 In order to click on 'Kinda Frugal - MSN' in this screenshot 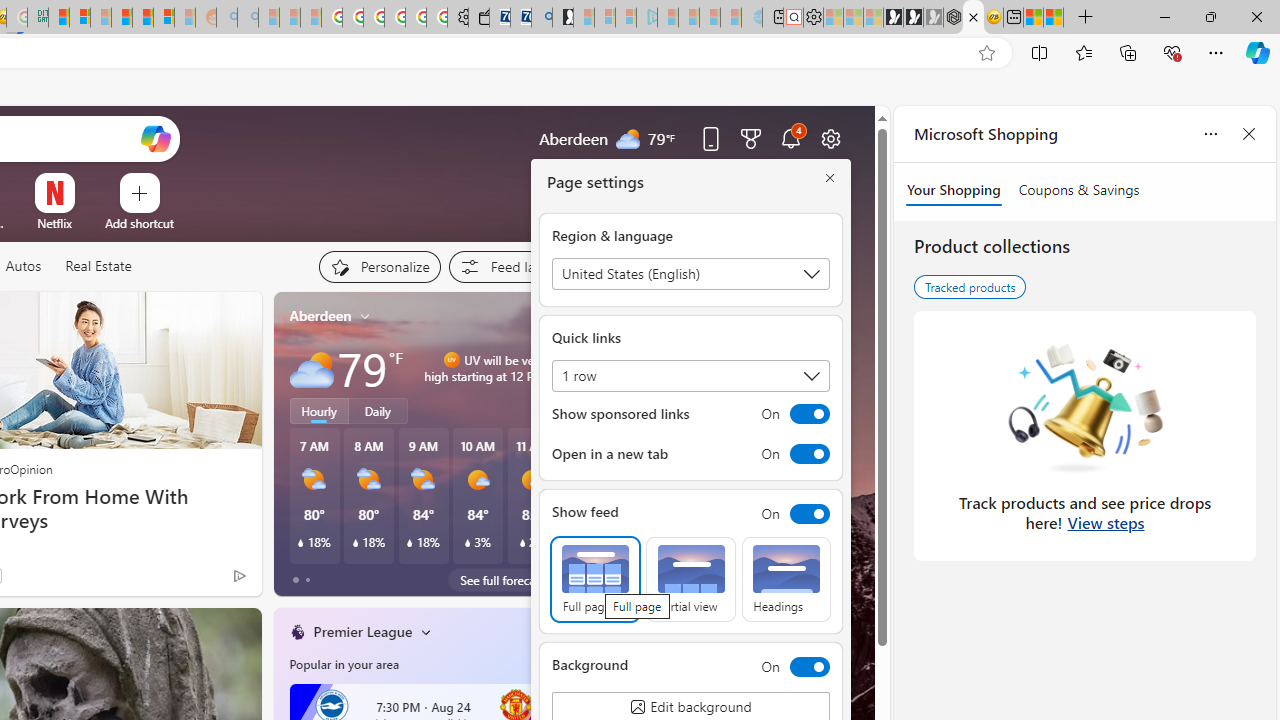, I will do `click(142, 17)`.